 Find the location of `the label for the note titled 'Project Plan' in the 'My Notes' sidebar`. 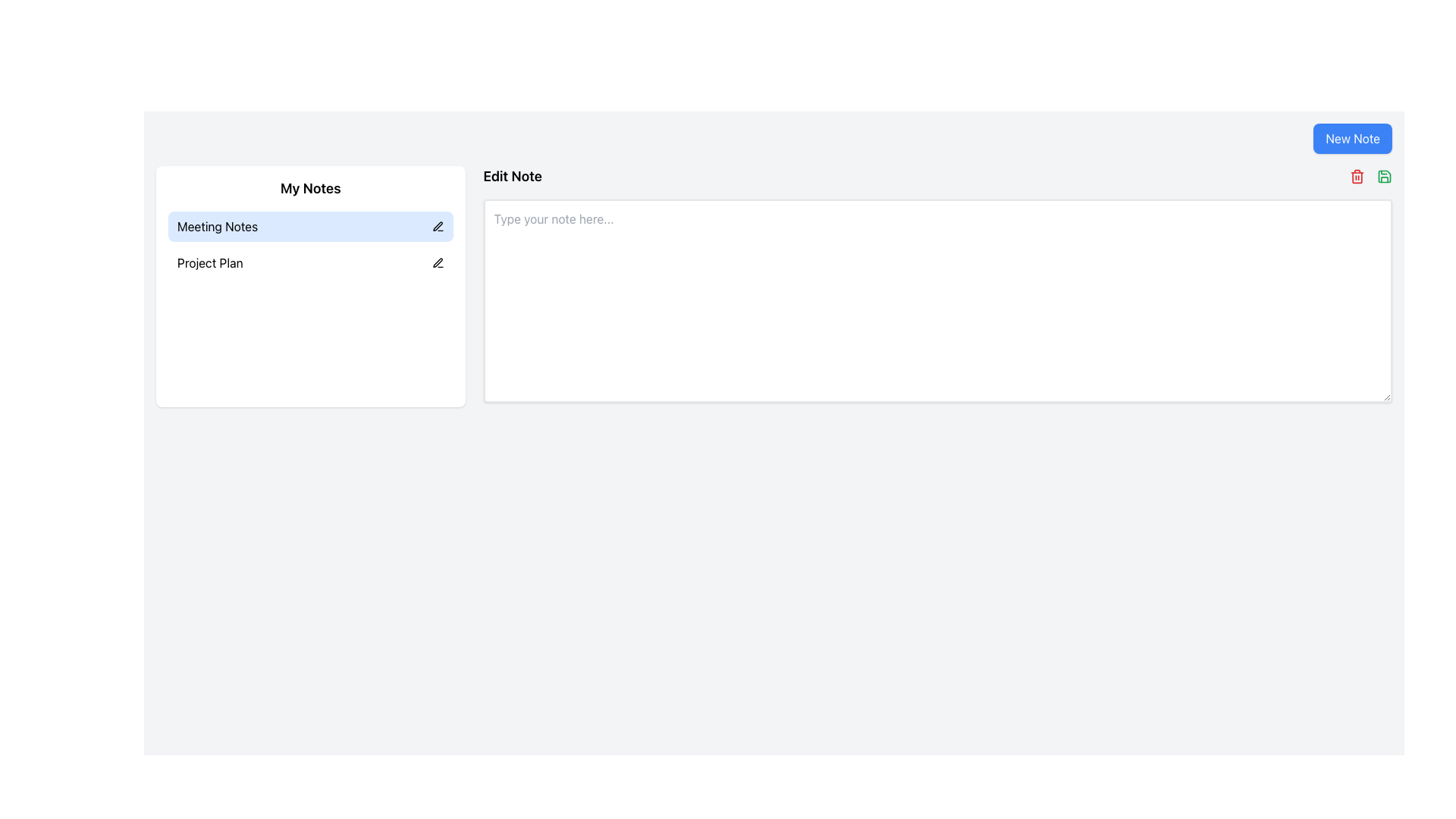

the label for the note titled 'Project Plan' in the 'My Notes' sidebar is located at coordinates (209, 262).